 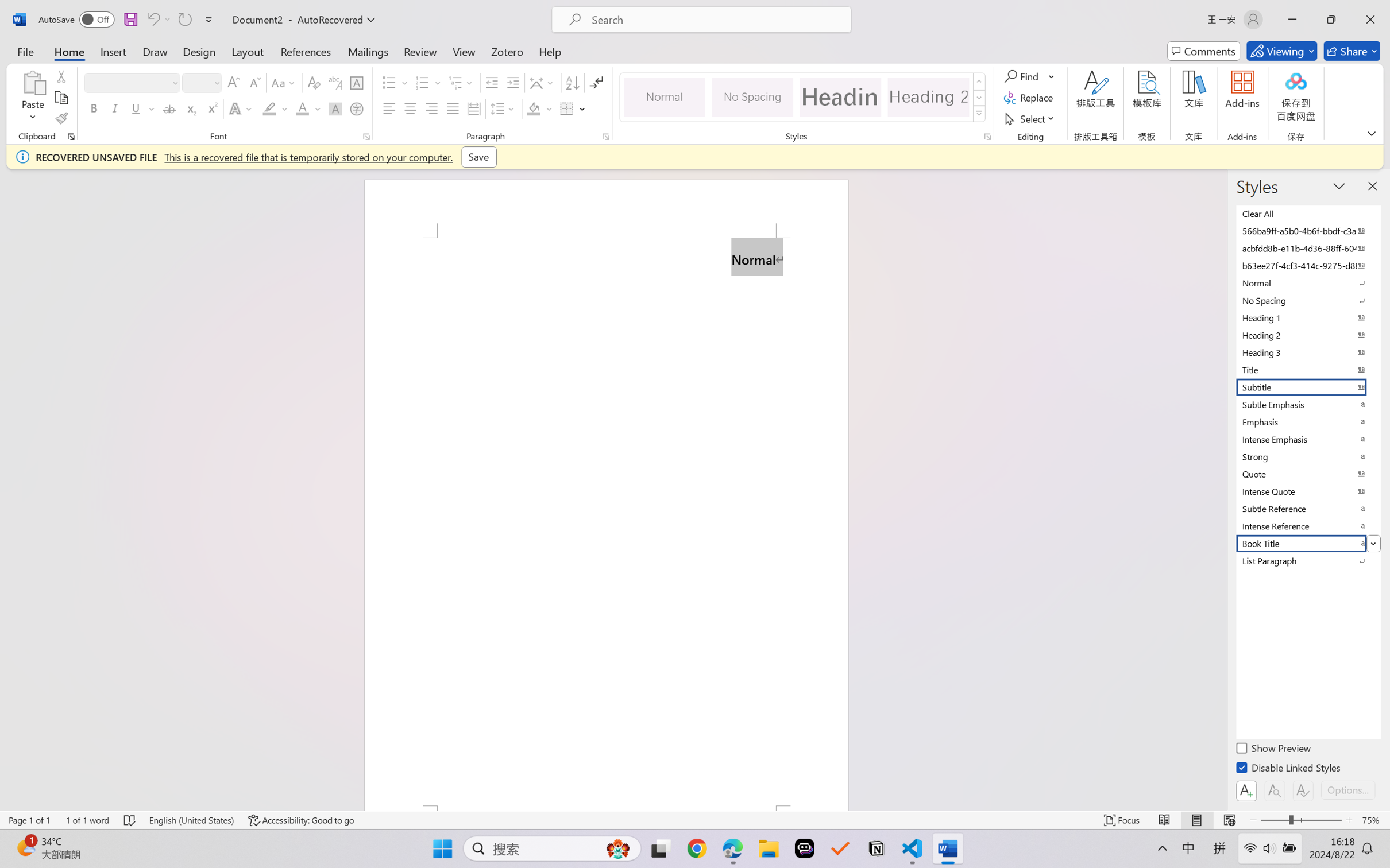 What do you see at coordinates (1031, 119) in the screenshot?
I see `'Select'` at bounding box center [1031, 119].